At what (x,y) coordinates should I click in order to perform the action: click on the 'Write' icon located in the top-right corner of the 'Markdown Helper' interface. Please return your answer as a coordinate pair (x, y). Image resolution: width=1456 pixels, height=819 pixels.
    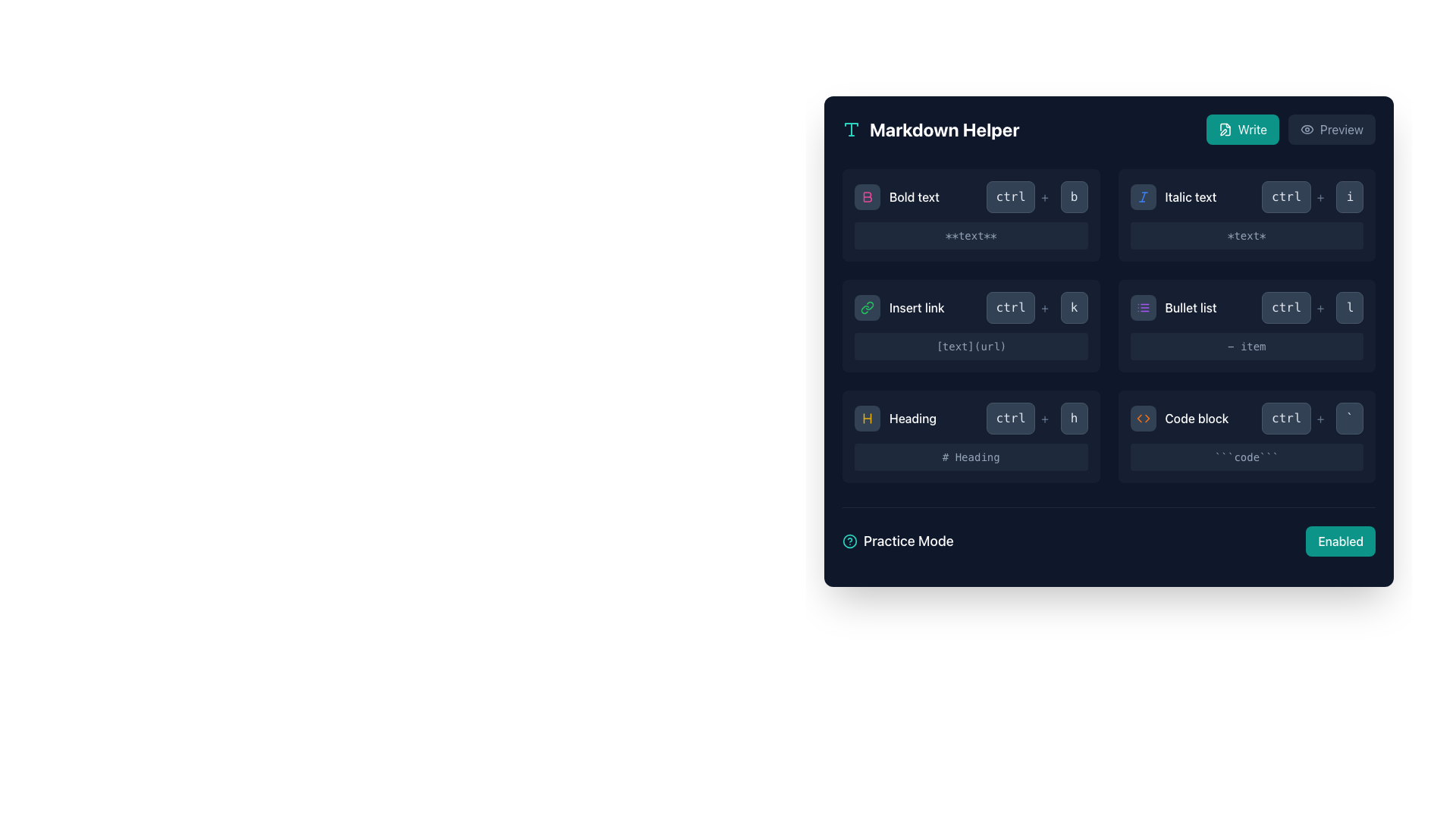
    Looking at the image, I should click on (1225, 128).